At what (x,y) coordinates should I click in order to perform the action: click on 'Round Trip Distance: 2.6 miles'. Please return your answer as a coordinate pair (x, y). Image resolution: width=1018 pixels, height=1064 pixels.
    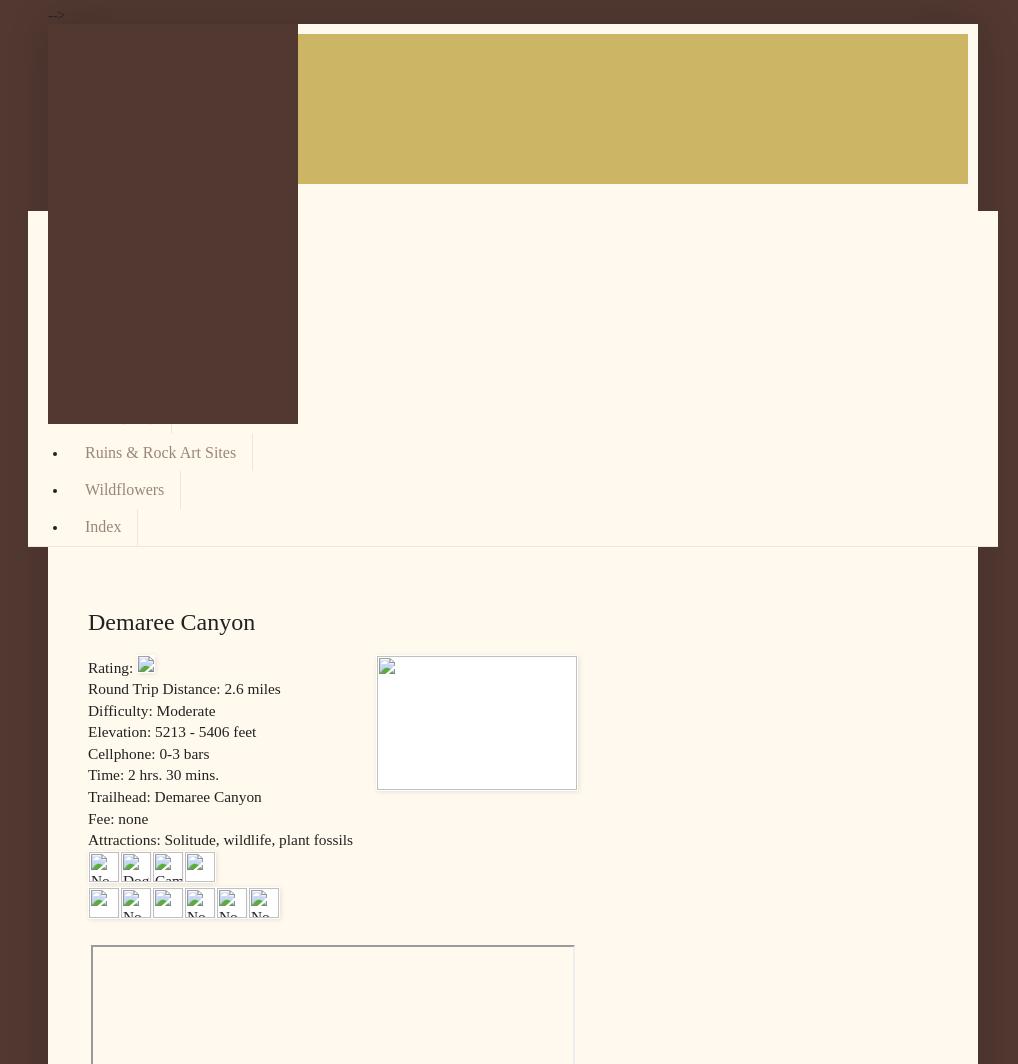
    Looking at the image, I should click on (183, 688).